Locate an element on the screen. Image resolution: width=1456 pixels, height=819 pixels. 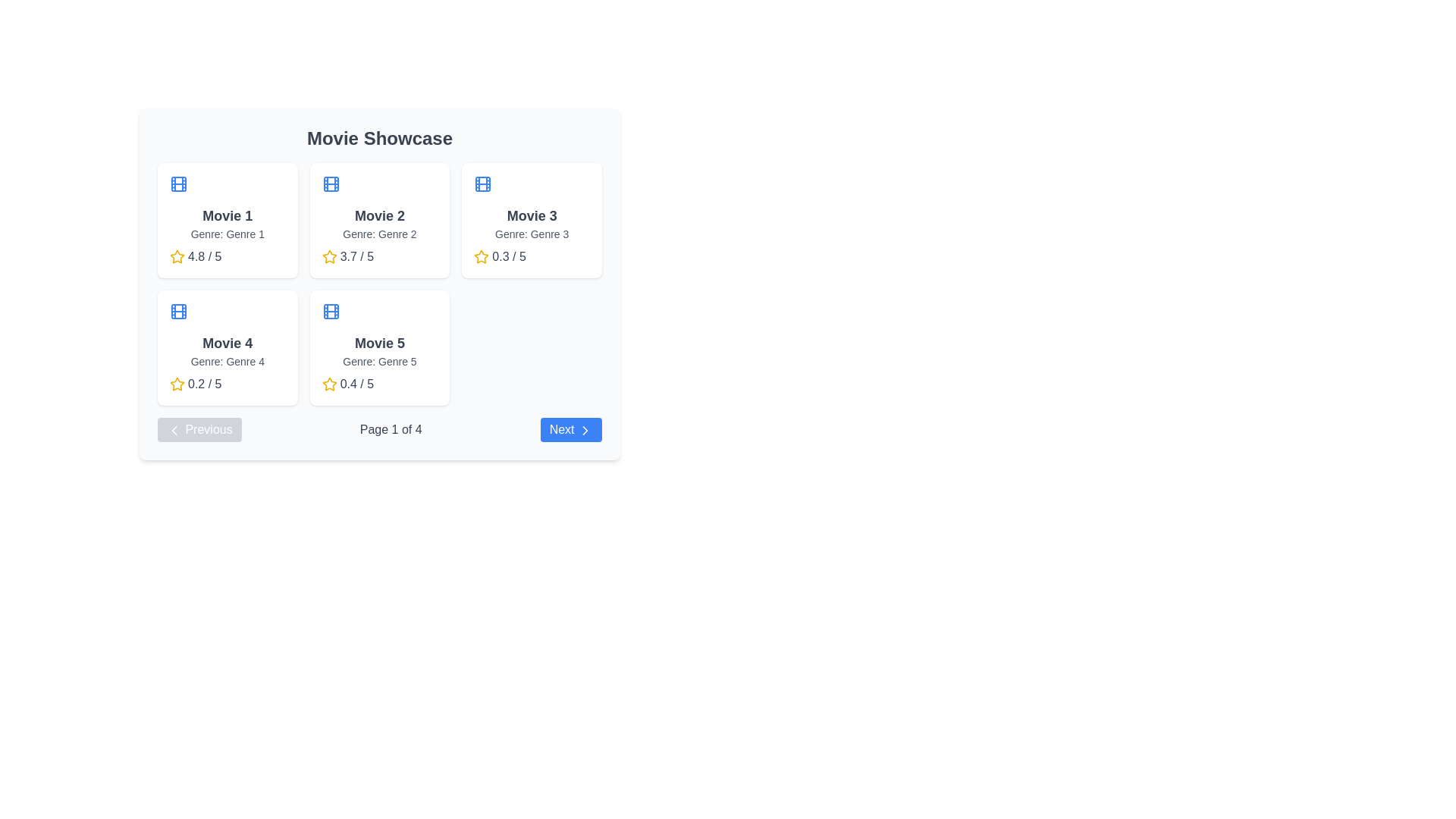
the second star icon in the rating system under 'Movie 2' in the Movie Showcase grid layout to rate the movie is located at coordinates (328, 256).